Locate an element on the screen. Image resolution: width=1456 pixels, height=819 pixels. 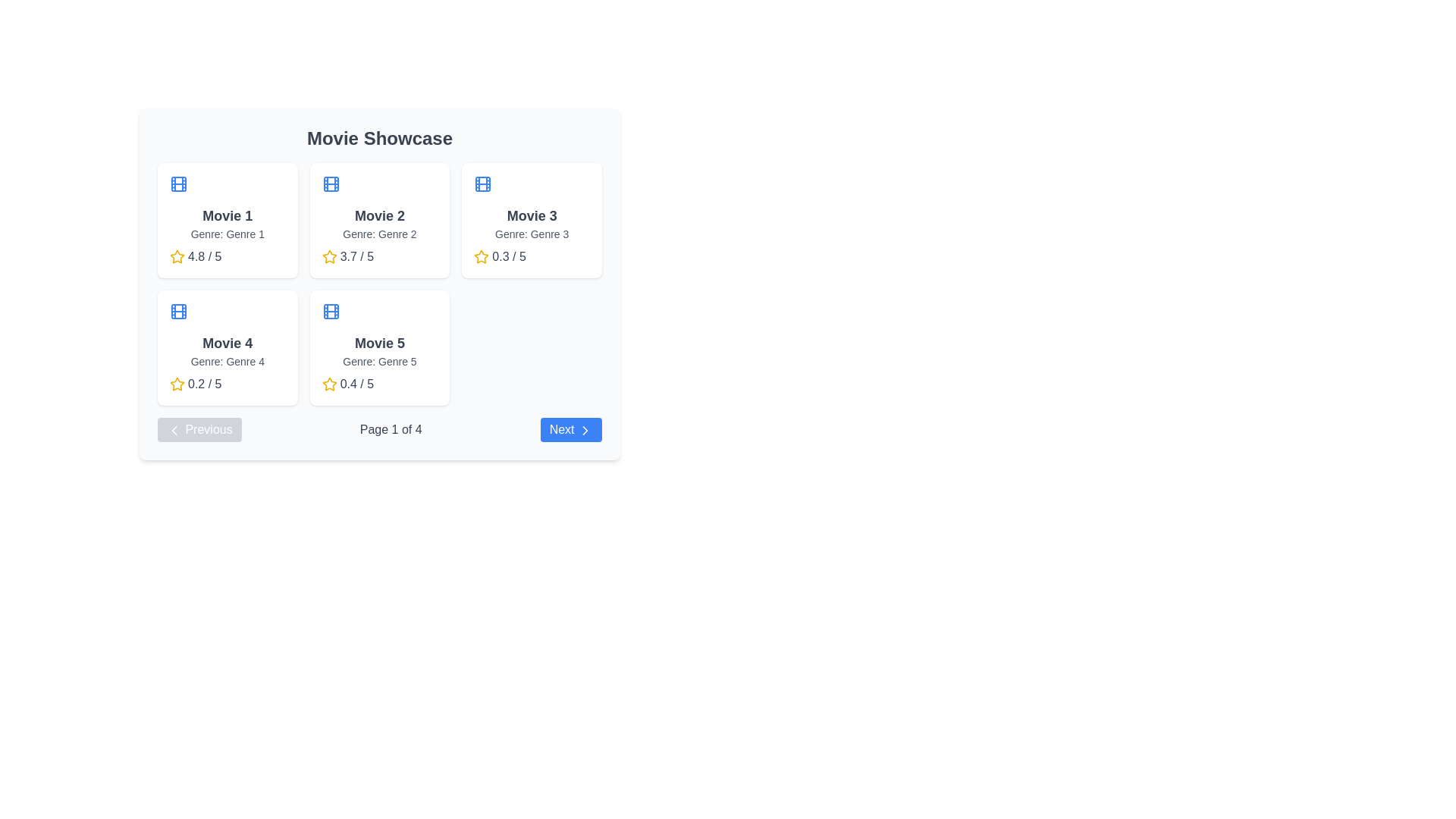
the second star icon in the rating system under 'Movie 2' in the Movie Showcase grid layout to rate the movie is located at coordinates (328, 256).